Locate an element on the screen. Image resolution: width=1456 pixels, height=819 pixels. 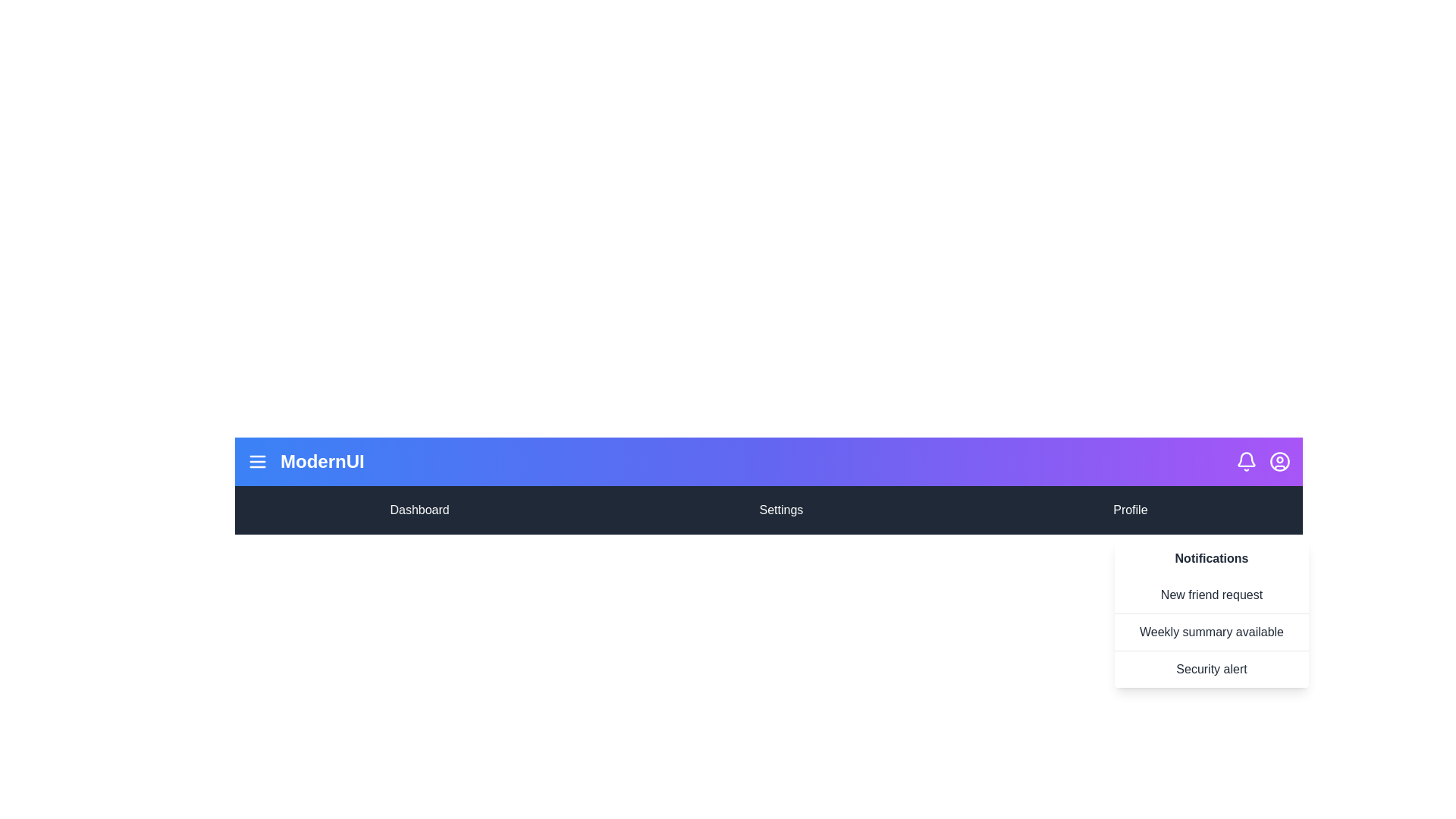
the app title to focus on it is located at coordinates (322, 461).